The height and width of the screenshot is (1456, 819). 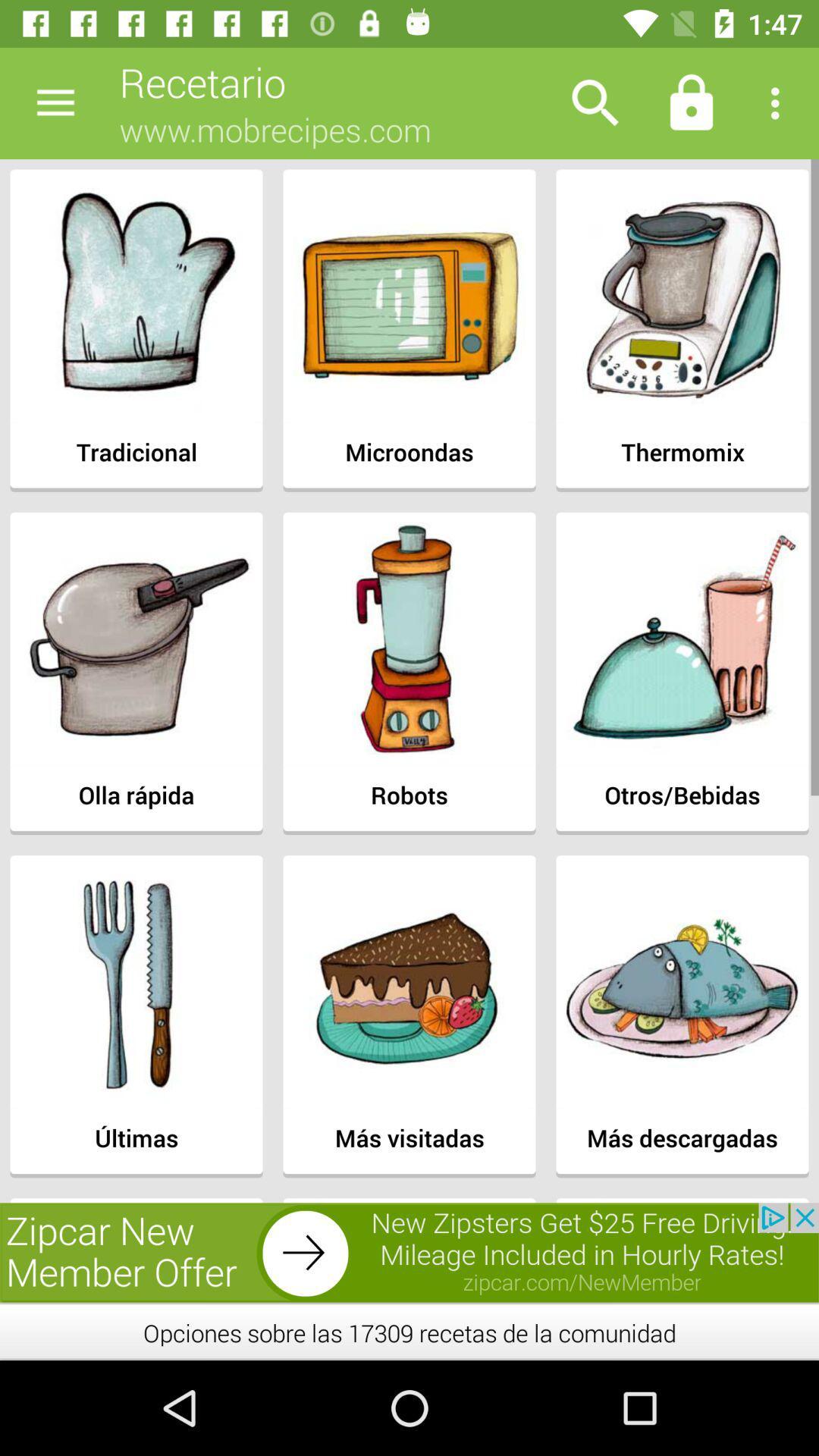 What do you see at coordinates (409, 1252) in the screenshot?
I see `advertisement for offer` at bounding box center [409, 1252].